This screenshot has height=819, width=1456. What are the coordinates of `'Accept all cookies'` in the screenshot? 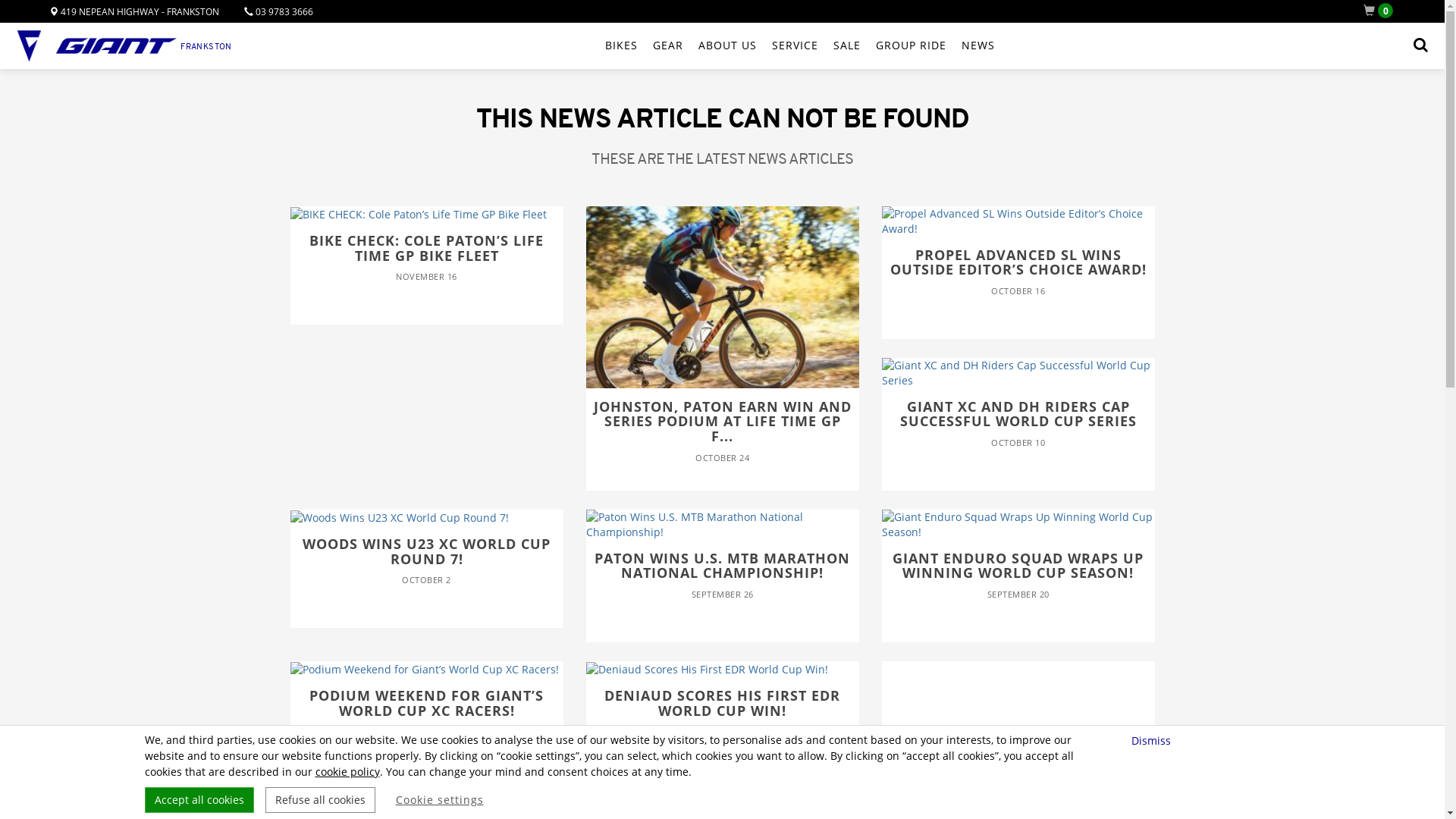 It's located at (198, 799).